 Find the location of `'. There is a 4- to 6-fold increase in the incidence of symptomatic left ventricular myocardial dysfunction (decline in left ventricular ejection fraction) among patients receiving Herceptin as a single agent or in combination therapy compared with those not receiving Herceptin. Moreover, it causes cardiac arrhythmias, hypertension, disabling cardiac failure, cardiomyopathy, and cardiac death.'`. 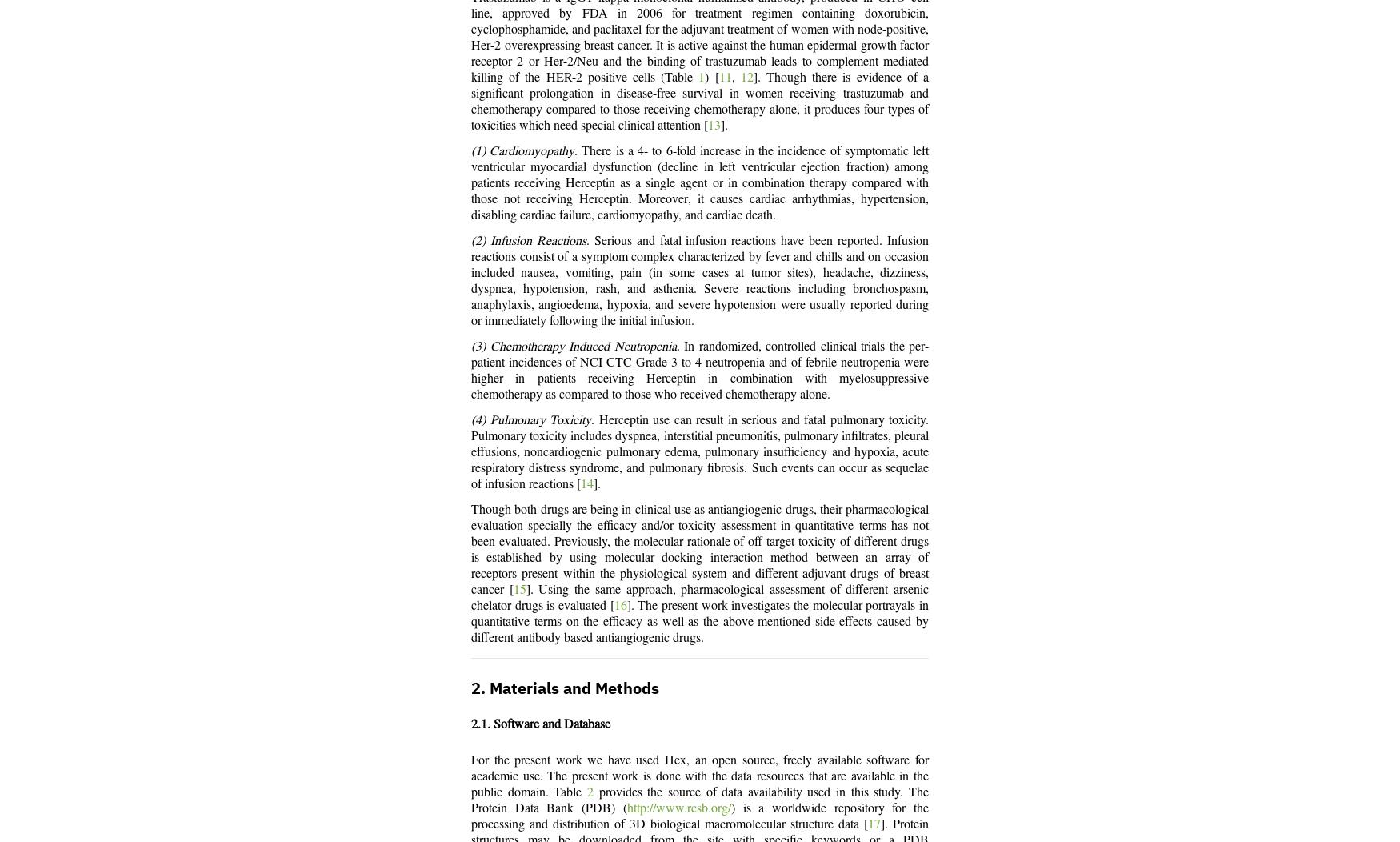

'. There is a 4- to 6-fold increase in the incidence of symptomatic left ventricular myocardial dysfunction (decline in left ventricular ejection fraction) among patients receiving Herceptin as a single agent or in combination therapy compared with those not receiving Herceptin. Moreover, it causes cardiac arrhythmias, hypertension, disabling cardiac failure, cardiomyopathy, and cardiac death.' is located at coordinates (700, 182).